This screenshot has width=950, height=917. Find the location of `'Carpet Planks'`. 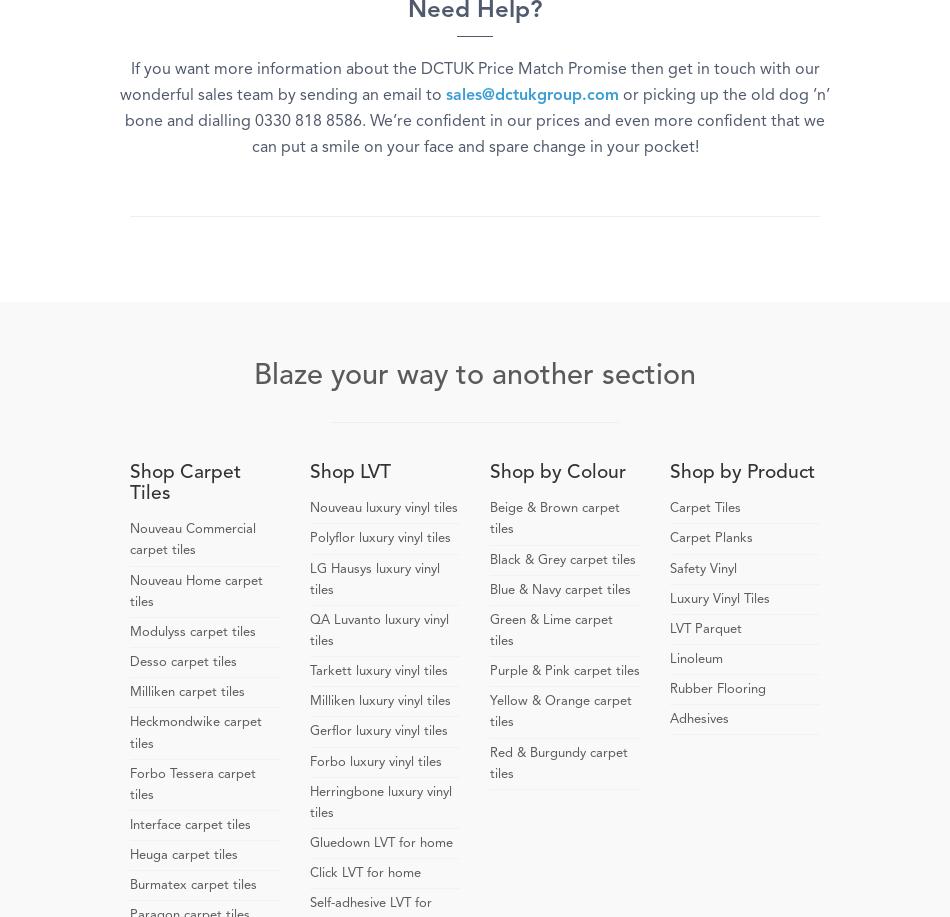

'Carpet Planks' is located at coordinates (711, 538).